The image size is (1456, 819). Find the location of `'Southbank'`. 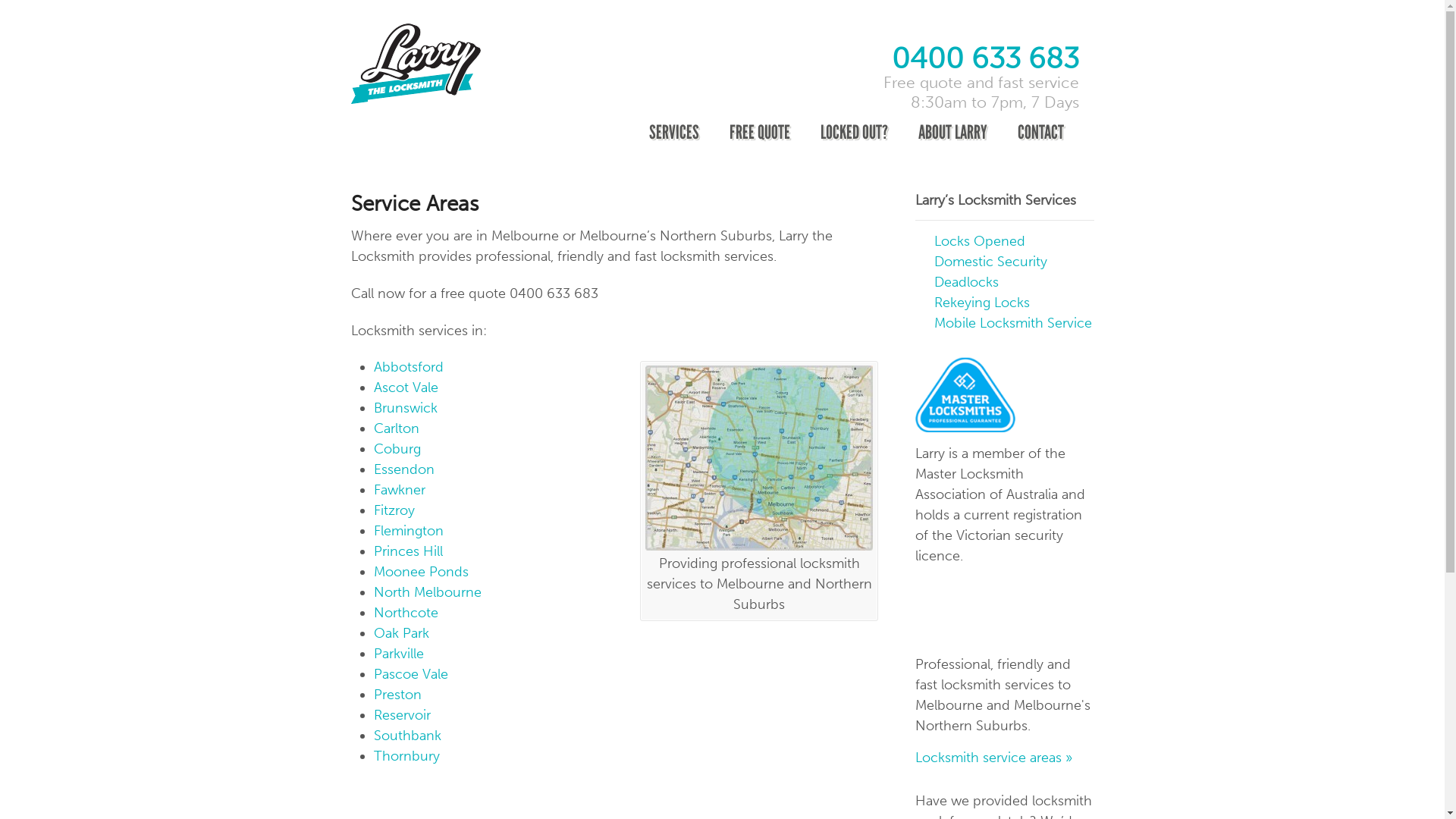

'Southbank' is located at coordinates (406, 734).